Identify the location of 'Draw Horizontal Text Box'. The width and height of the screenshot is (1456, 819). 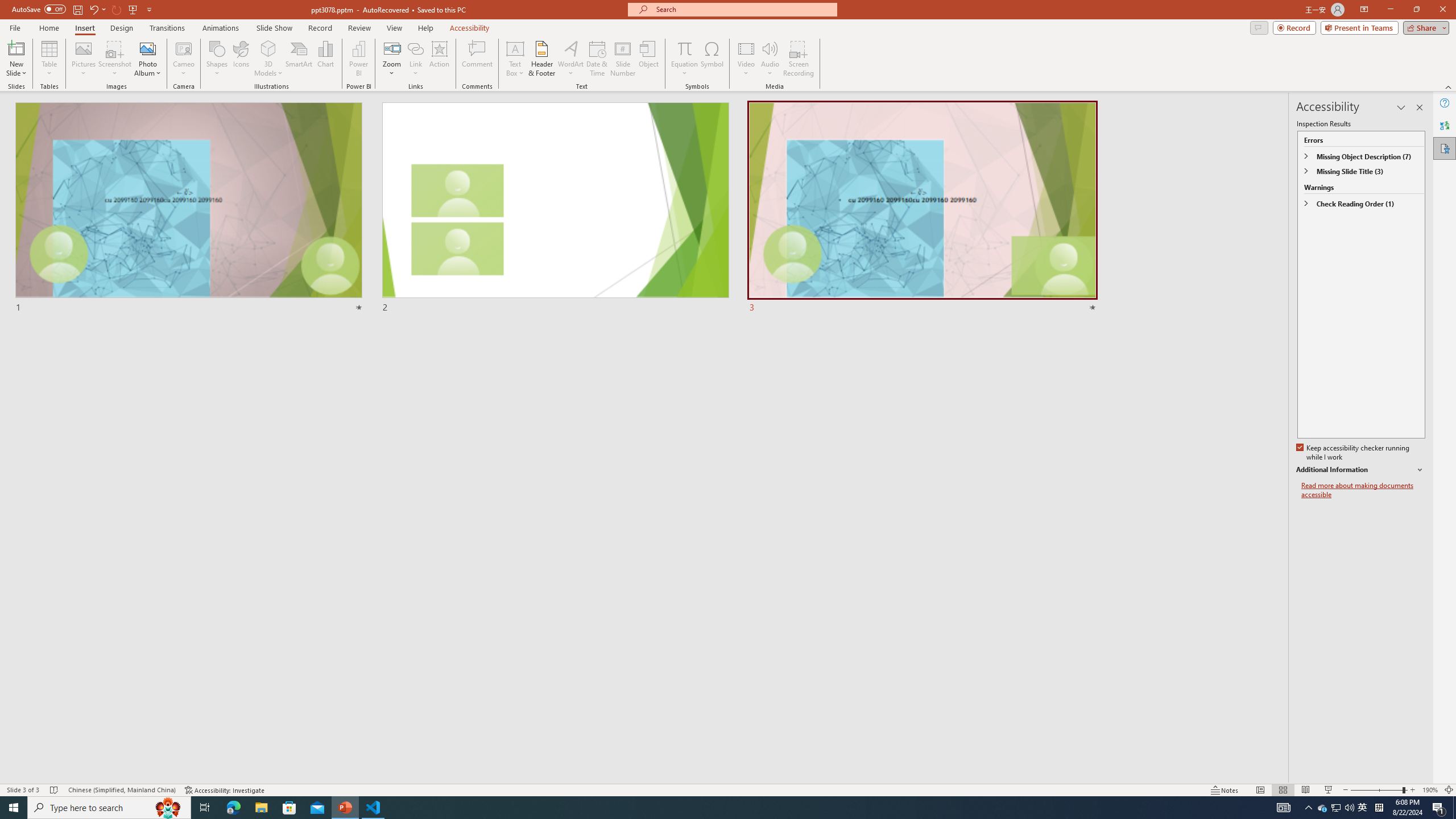
(515, 48).